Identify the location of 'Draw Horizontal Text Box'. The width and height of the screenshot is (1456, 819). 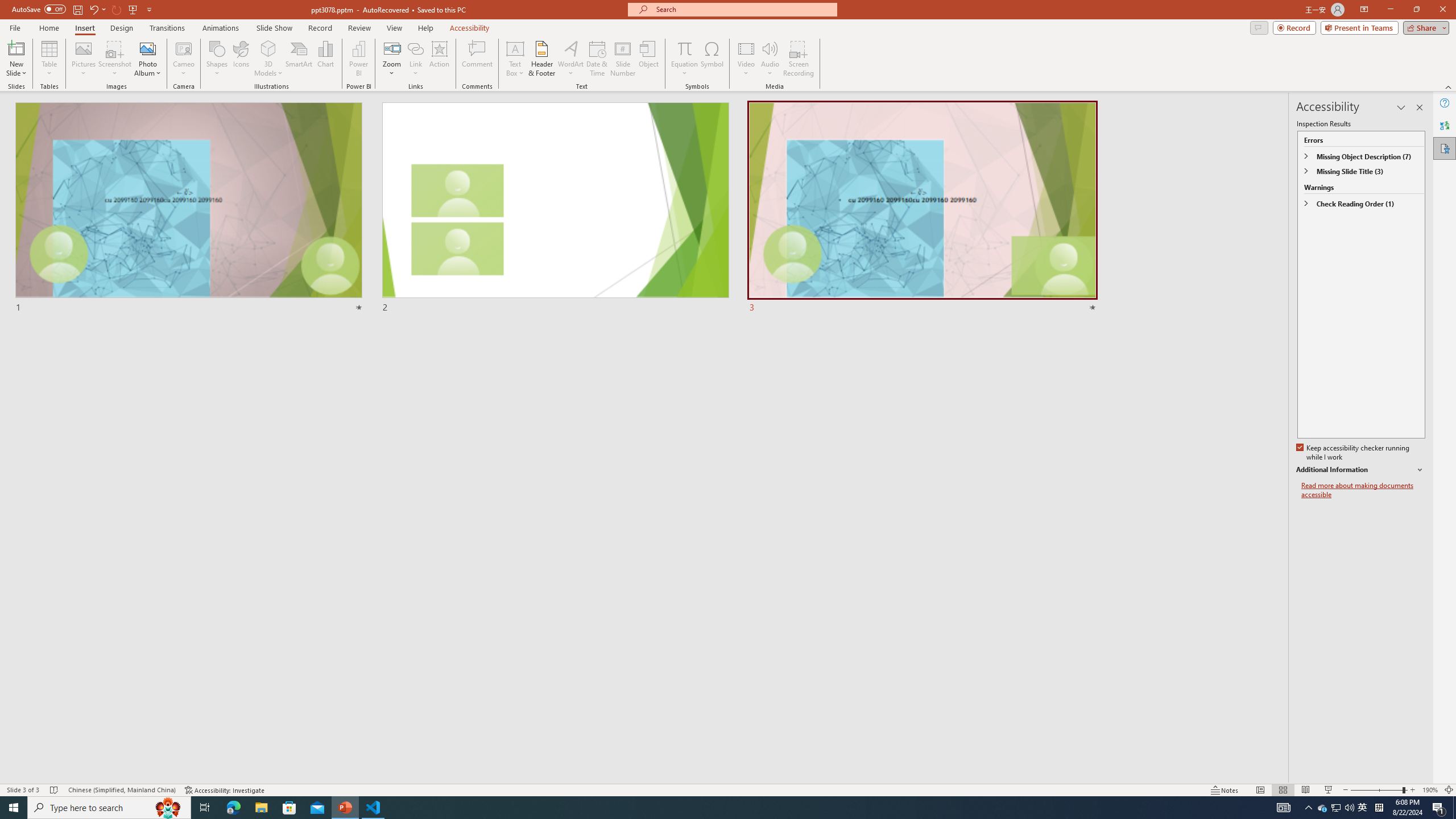
(515, 48).